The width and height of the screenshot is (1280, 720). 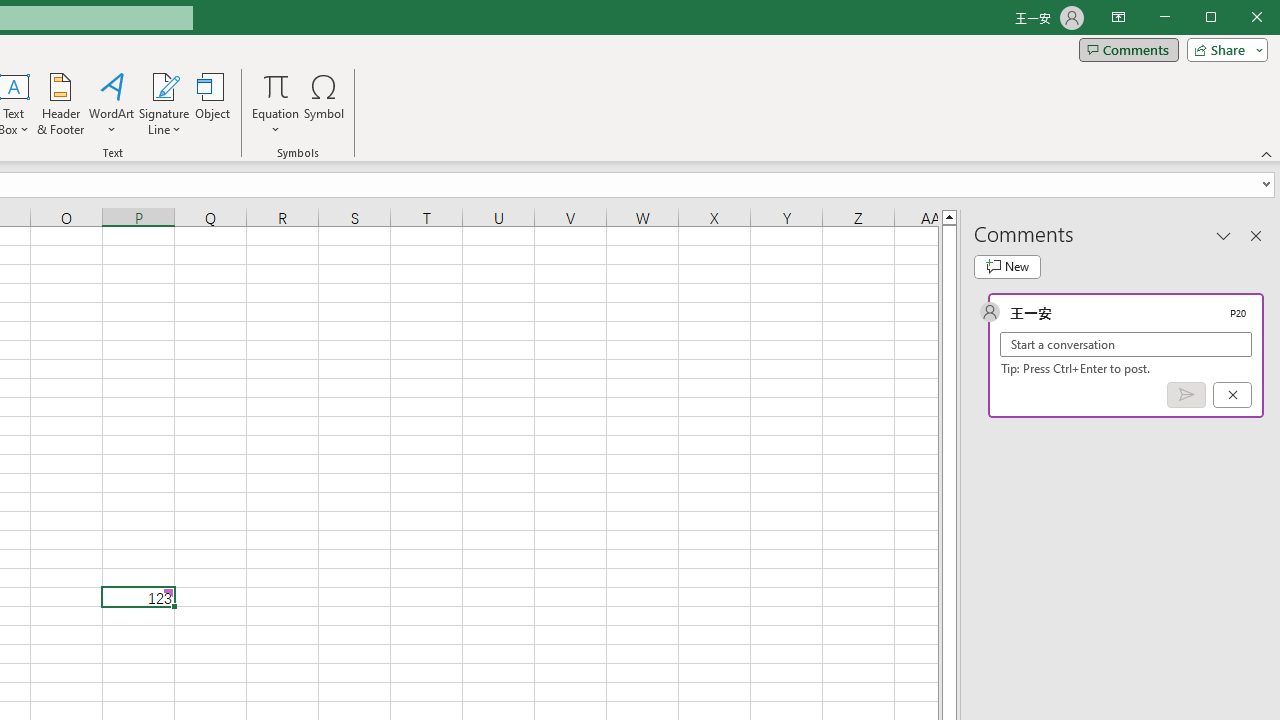 What do you see at coordinates (1266, 153) in the screenshot?
I see `'Collapse the Ribbon'` at bounding box center [1266, 153].